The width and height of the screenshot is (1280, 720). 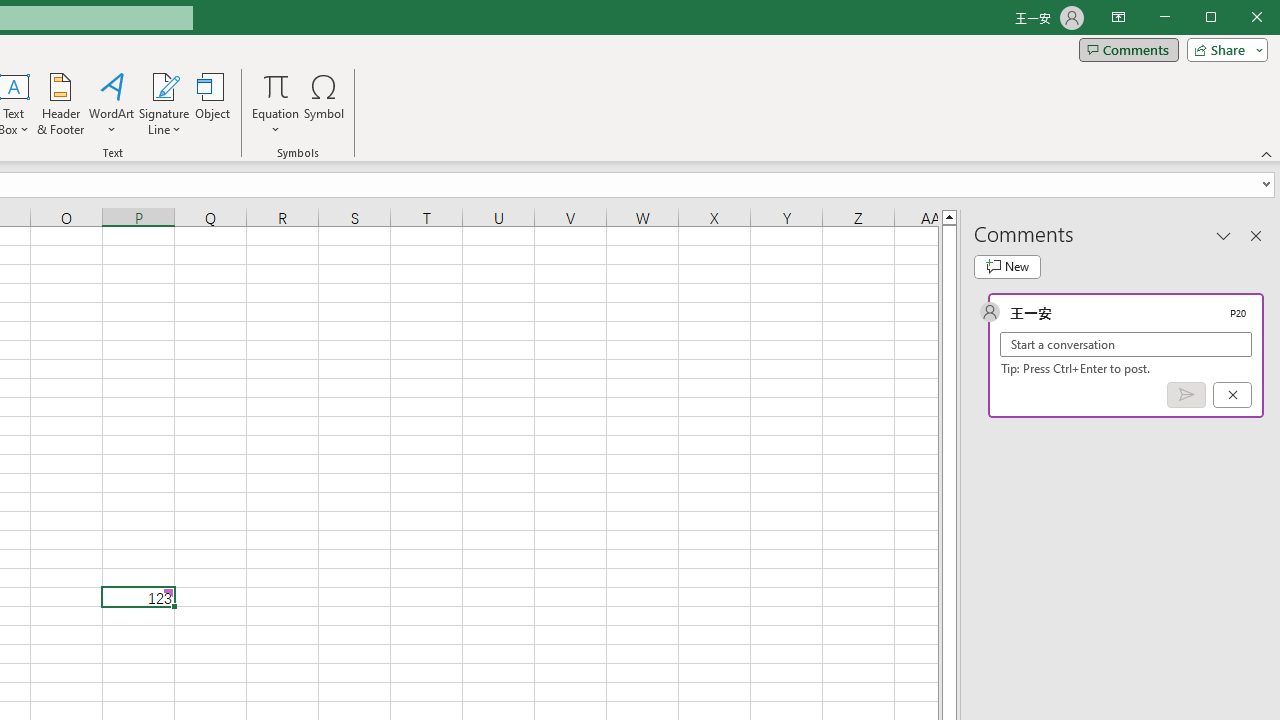 What do you see at coordinates (1266, 153) in the screenshot?
I see `'Collapse the Ribbon'` at bounding box center [1266, 153].